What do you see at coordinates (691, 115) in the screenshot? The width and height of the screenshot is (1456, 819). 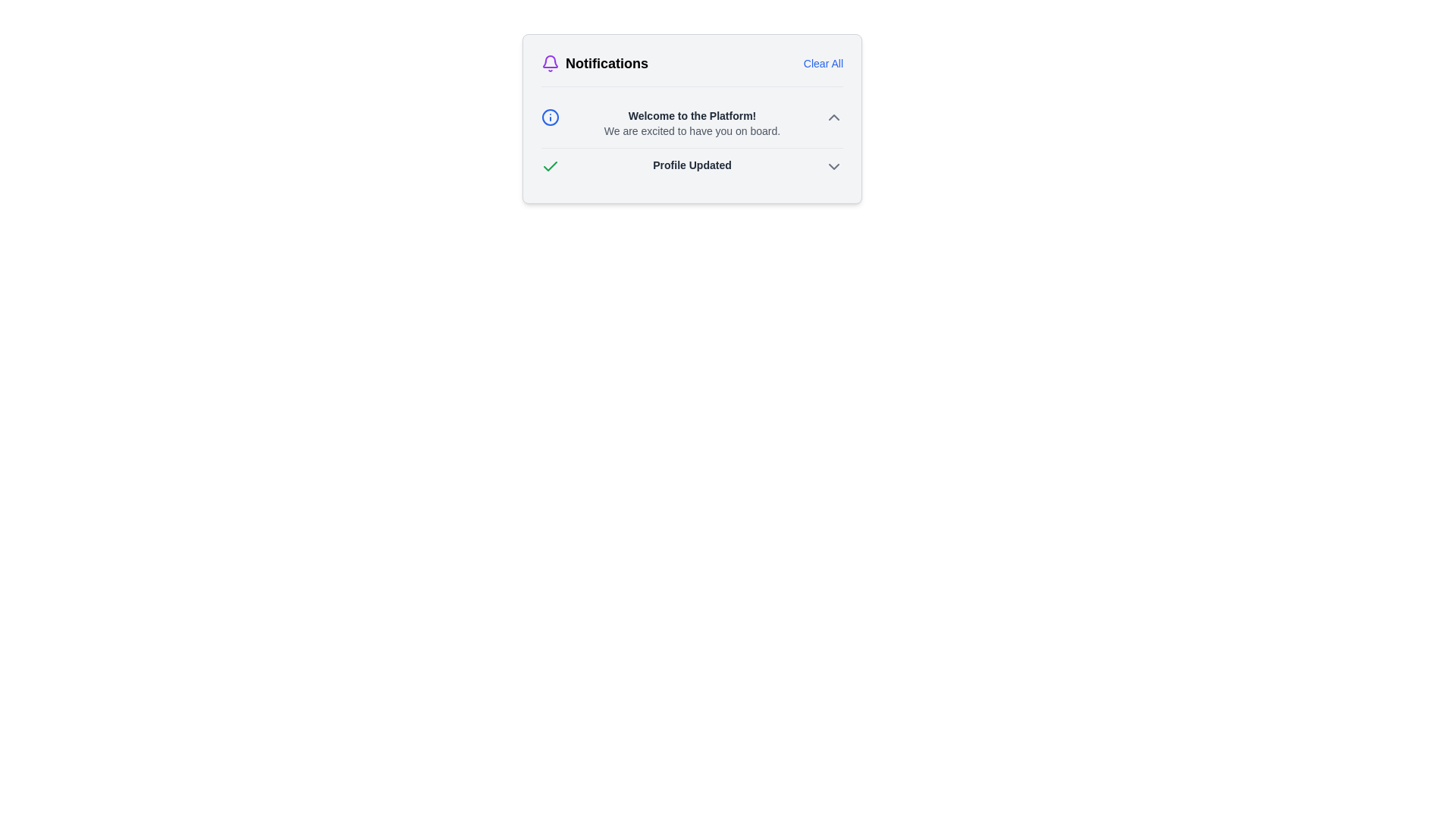 I see `the welcome message text label that serves as the title of the notification segment, positioned directly beneath the information icon` at bounding box center [691, 115].